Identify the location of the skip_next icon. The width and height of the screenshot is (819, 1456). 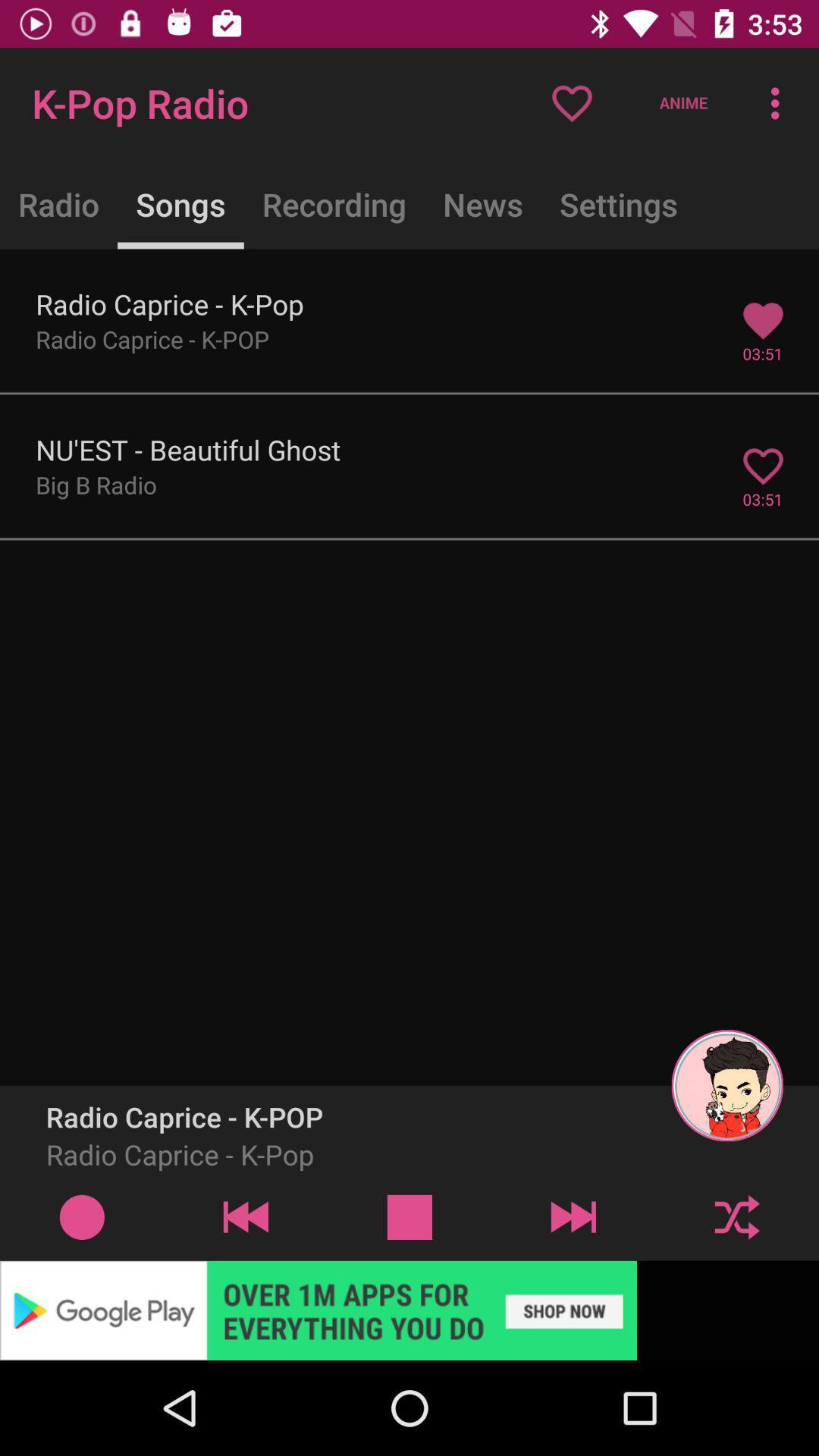
(573, 1216).